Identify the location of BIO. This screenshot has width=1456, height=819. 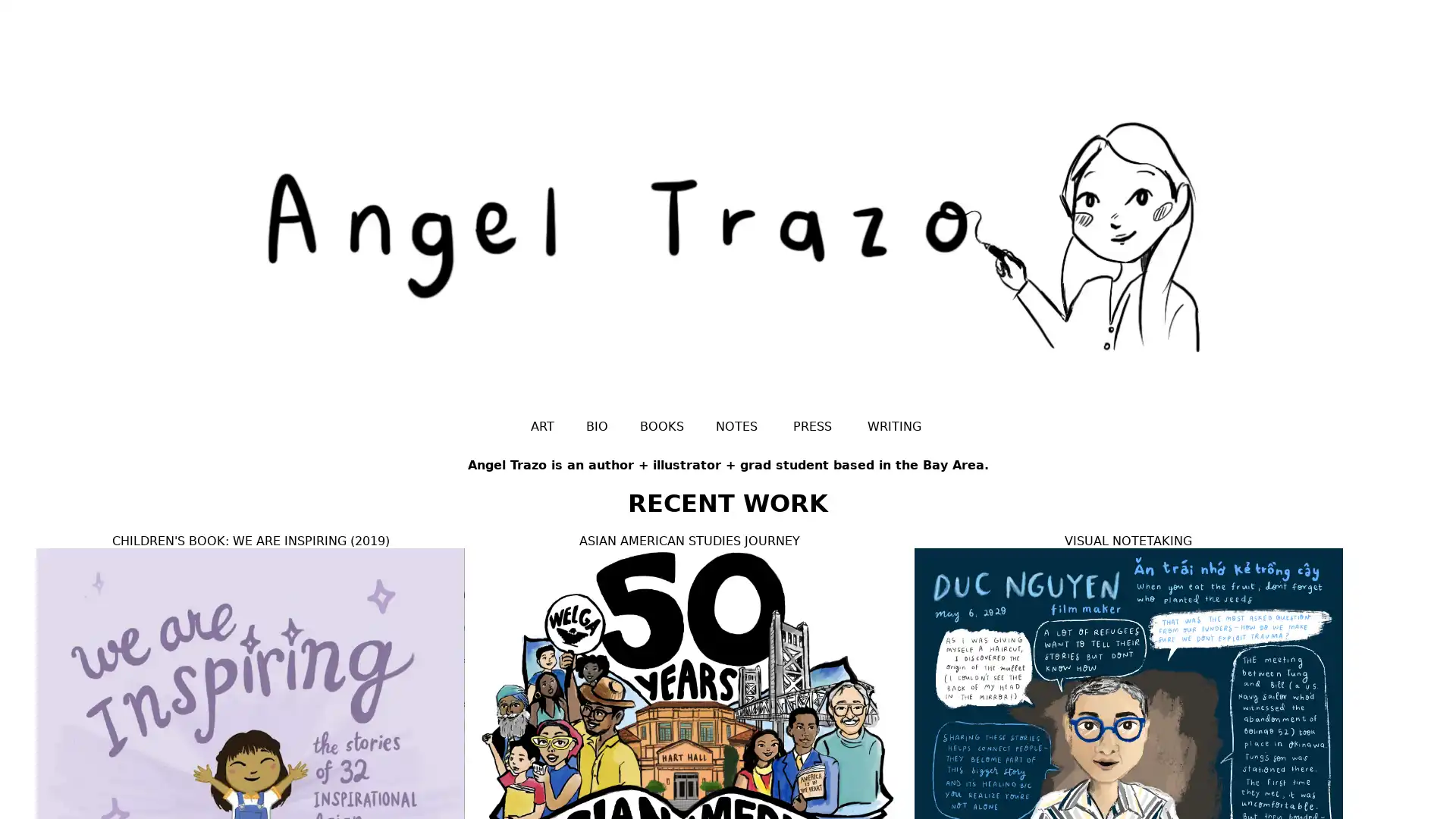
(596, 426).